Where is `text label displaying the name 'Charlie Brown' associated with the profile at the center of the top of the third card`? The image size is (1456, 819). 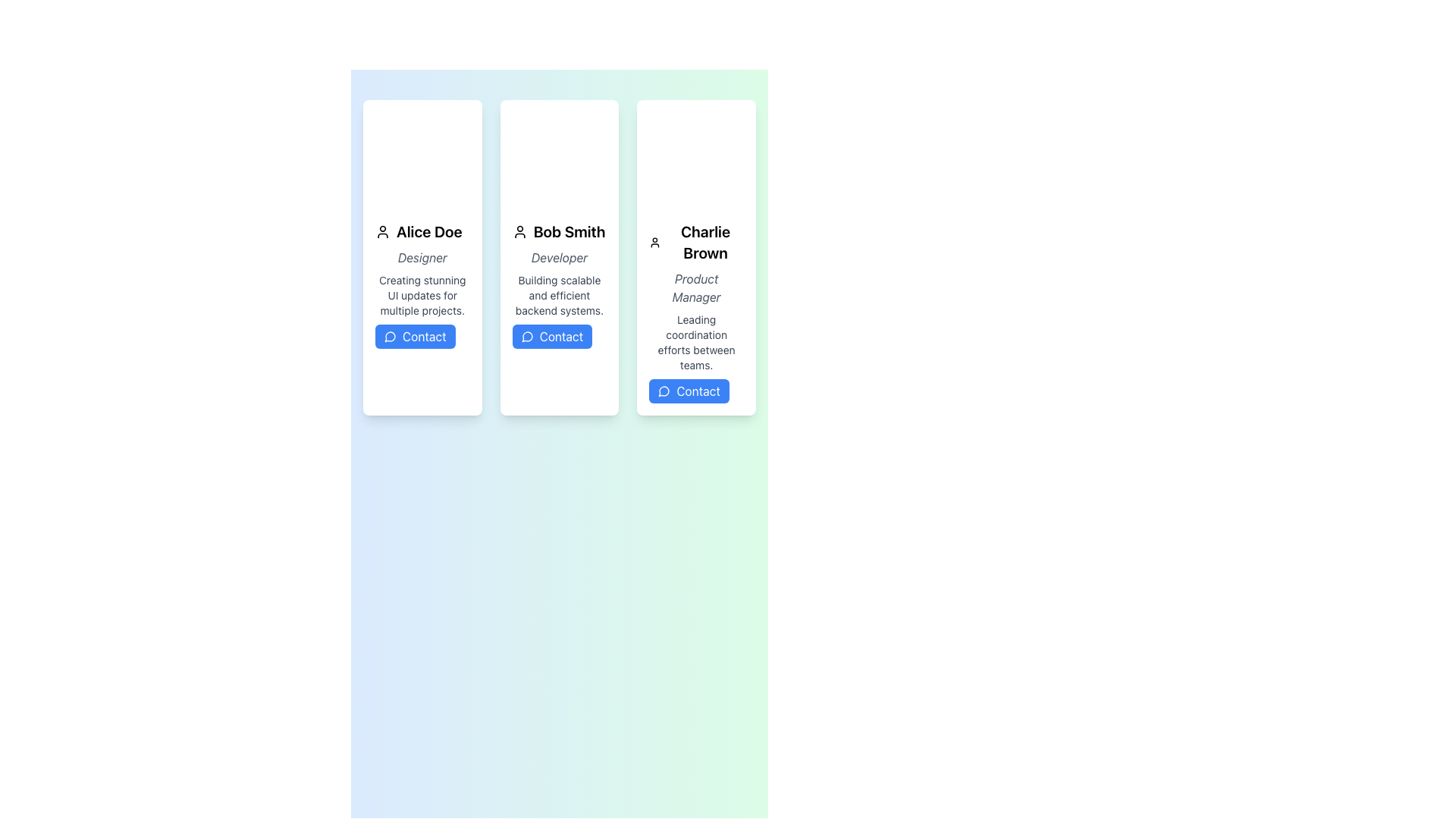 text label displaying the name 'Charlie Brown' associated with the profile at the center of the top of the third card is located at coordinates (695, 242).